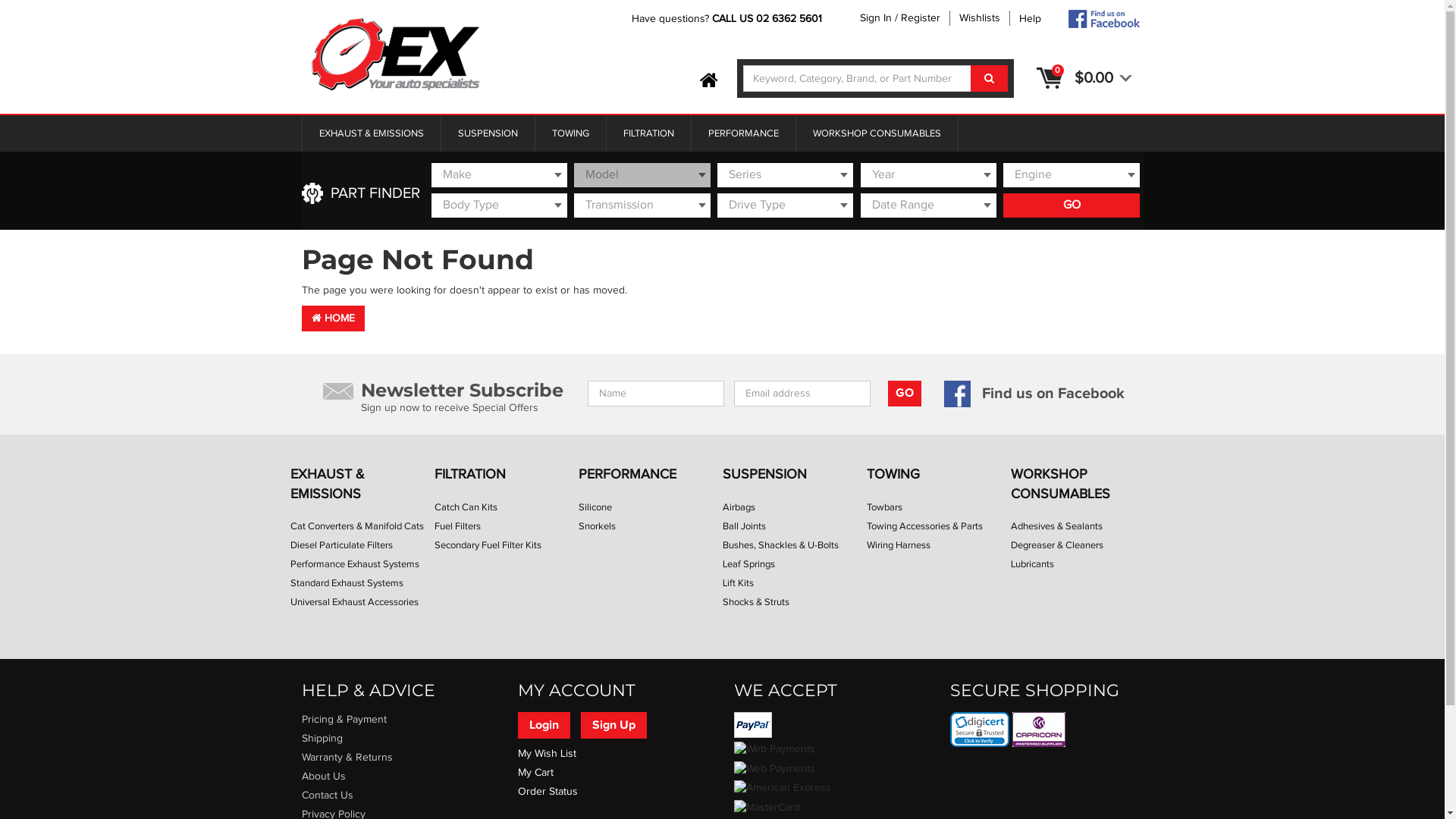  Describe the element at coordinates (396, 55) in the screenshot. I see `'O-EX AUTO Spare Parts'` at that location.